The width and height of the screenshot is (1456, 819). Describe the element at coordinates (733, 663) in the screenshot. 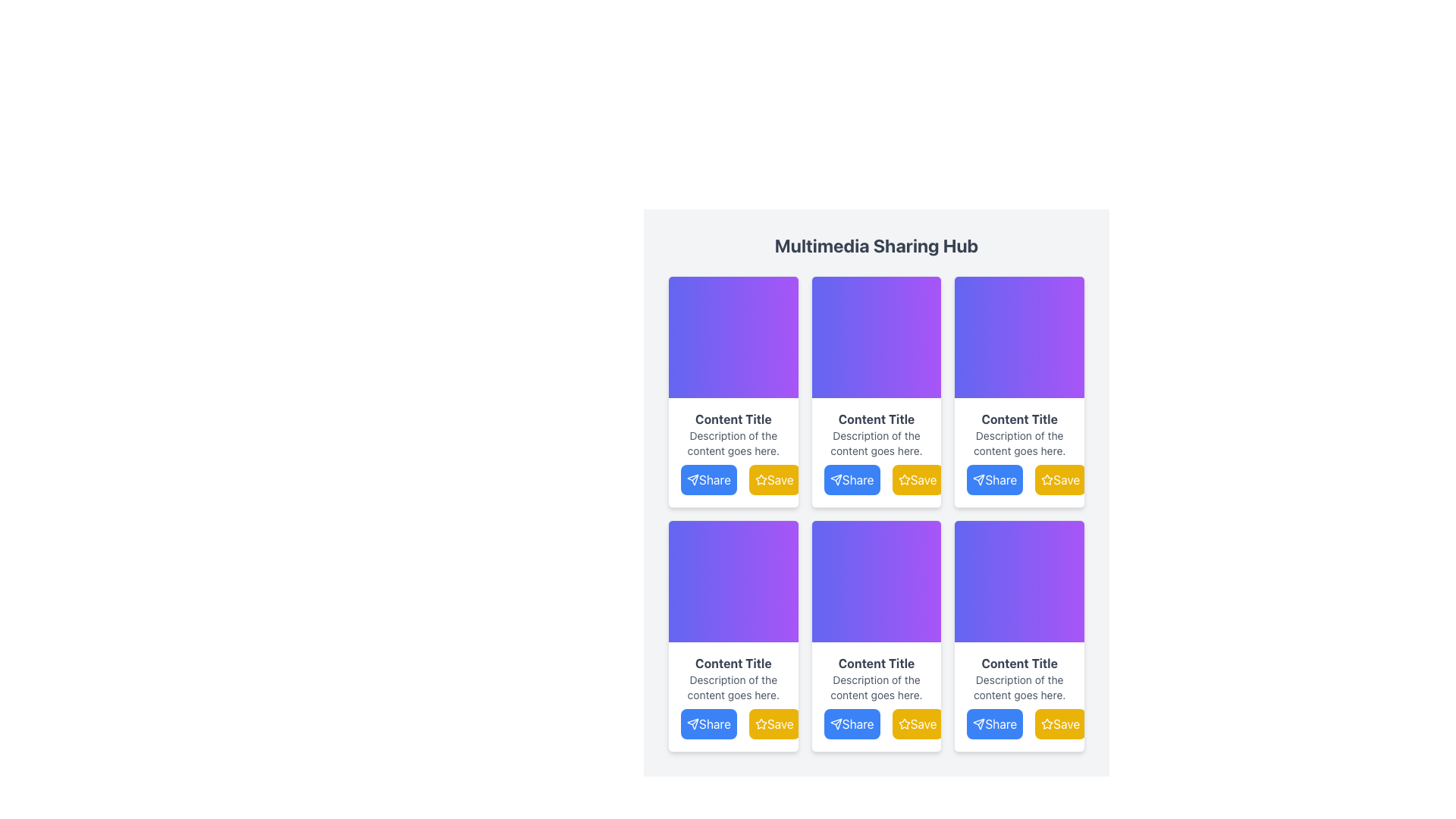

I see `the Text label located in the lower central part of the content card` at that location.